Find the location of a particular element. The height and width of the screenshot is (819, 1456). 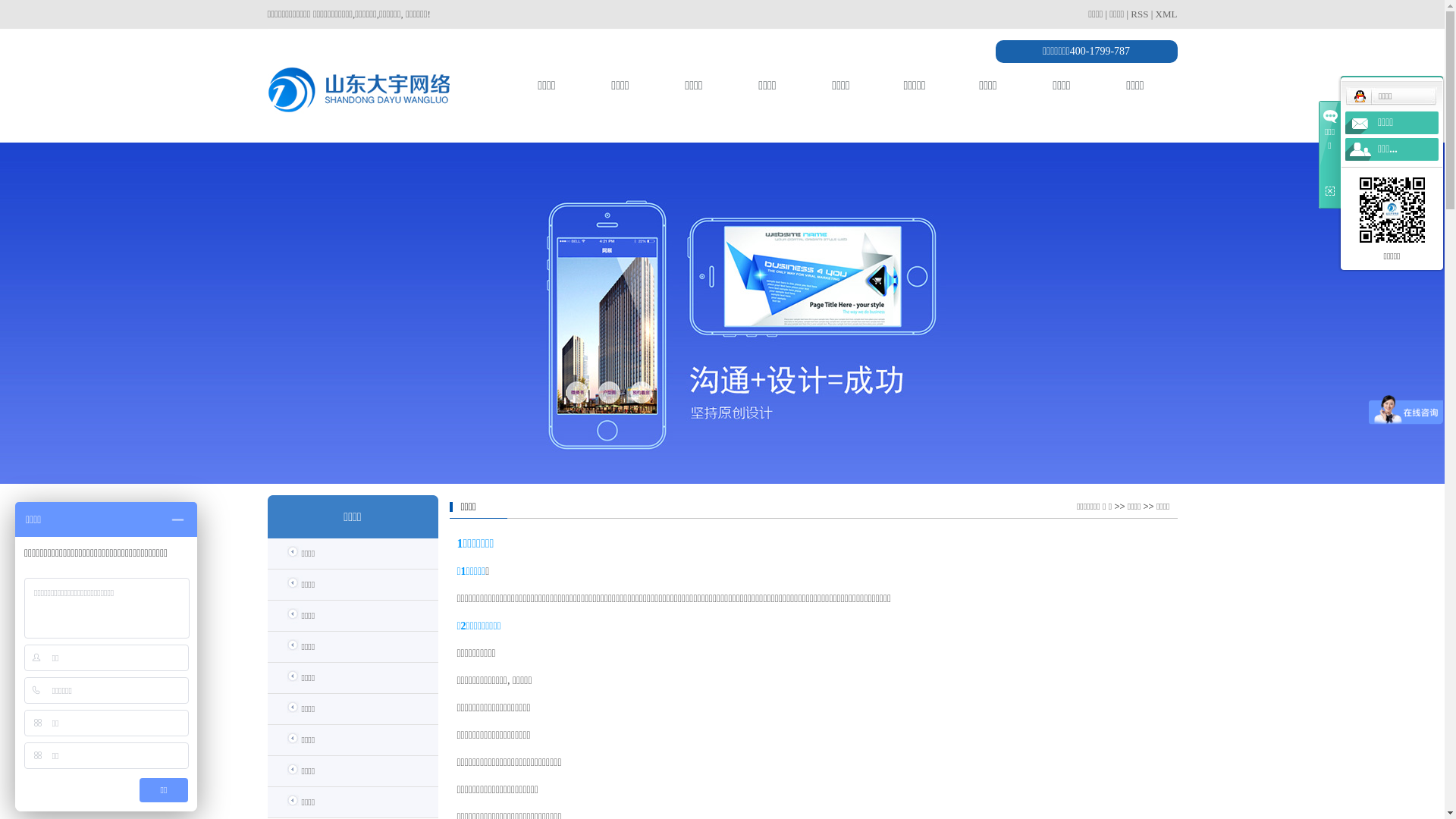

'XML' is located at coordinates (1166, 14).